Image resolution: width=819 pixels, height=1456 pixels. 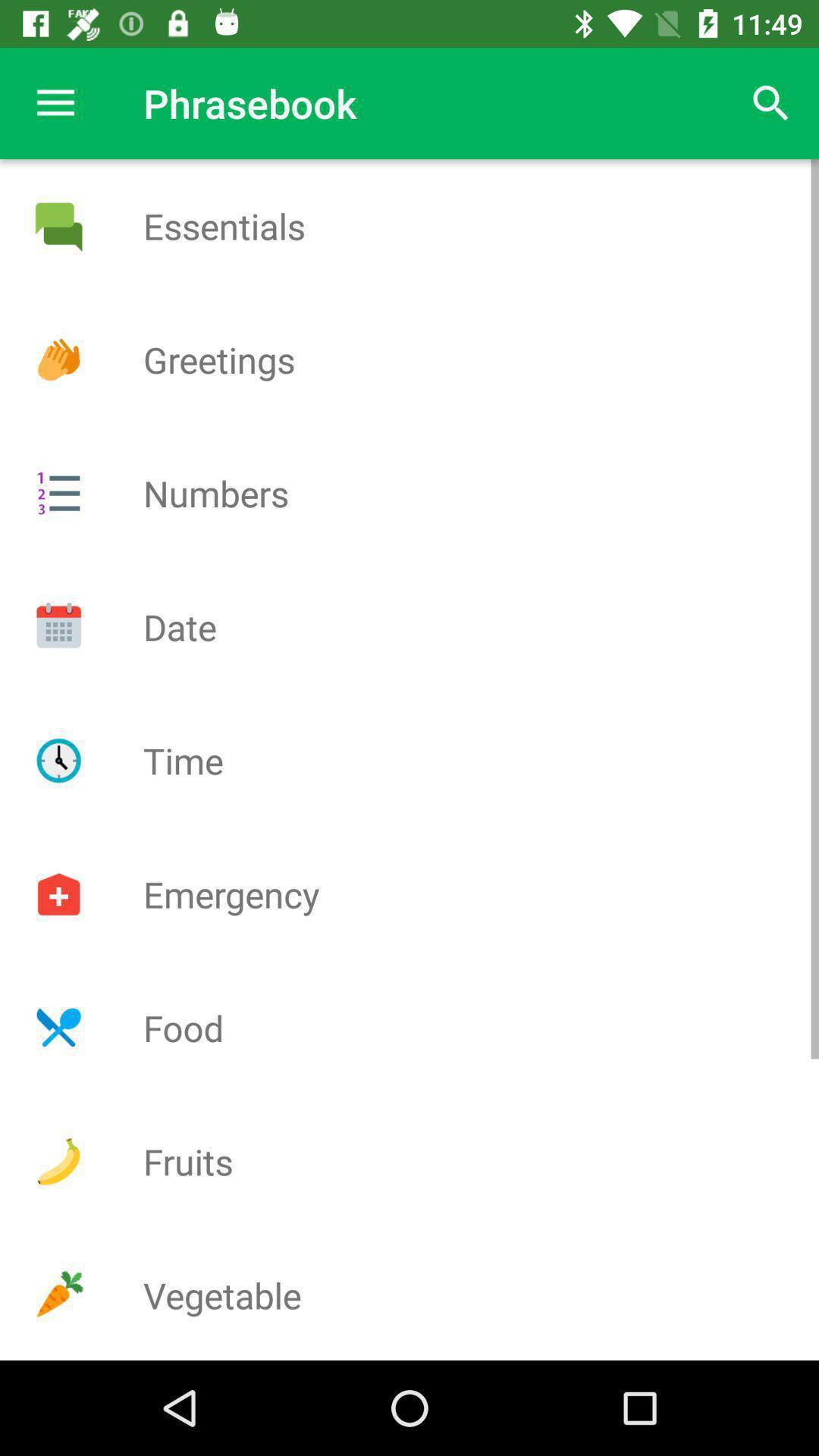 I want to click on greetings, so click(x=58, y=359).